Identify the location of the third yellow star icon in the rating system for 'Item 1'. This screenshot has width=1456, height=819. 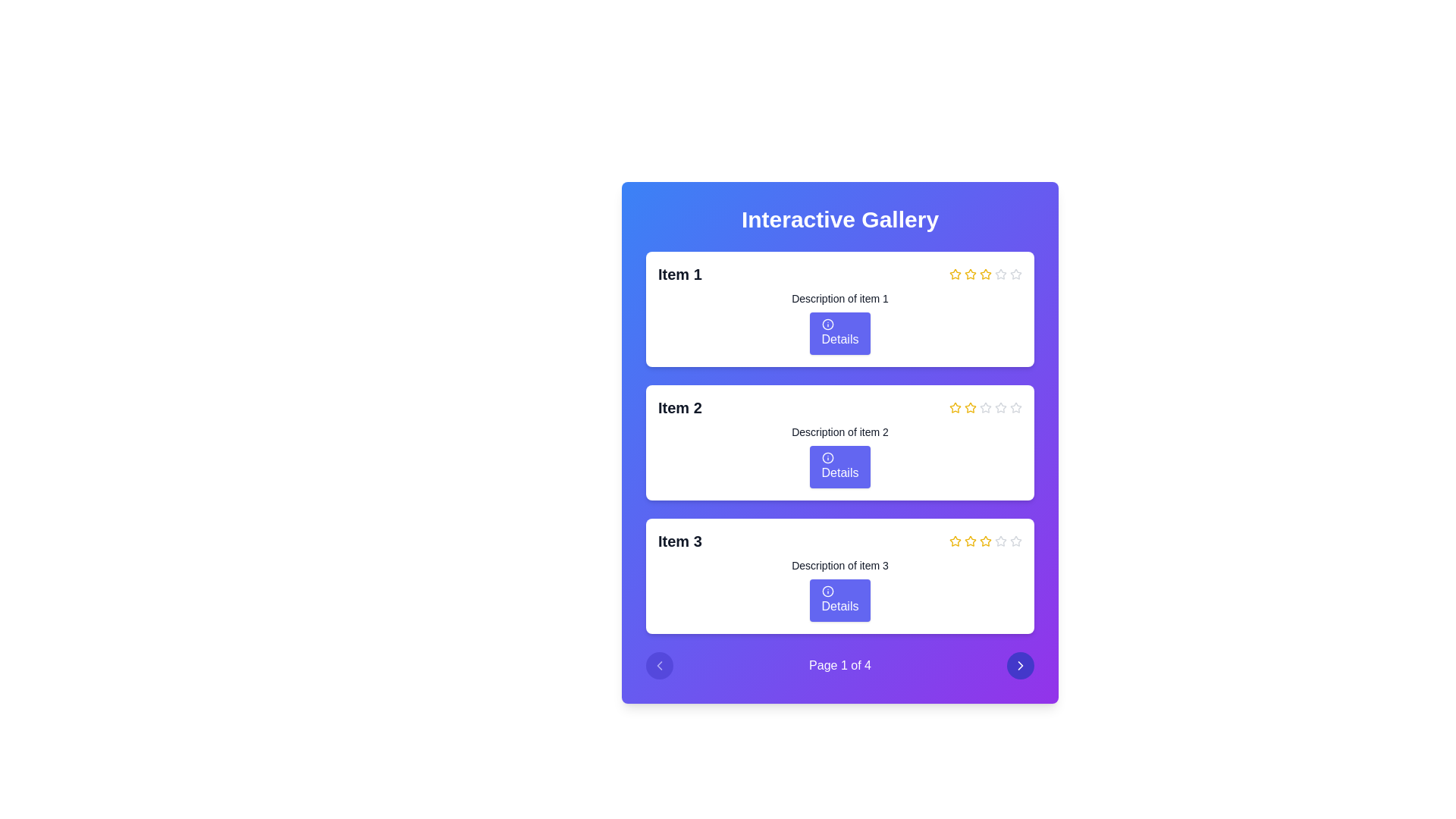
(986, 275).